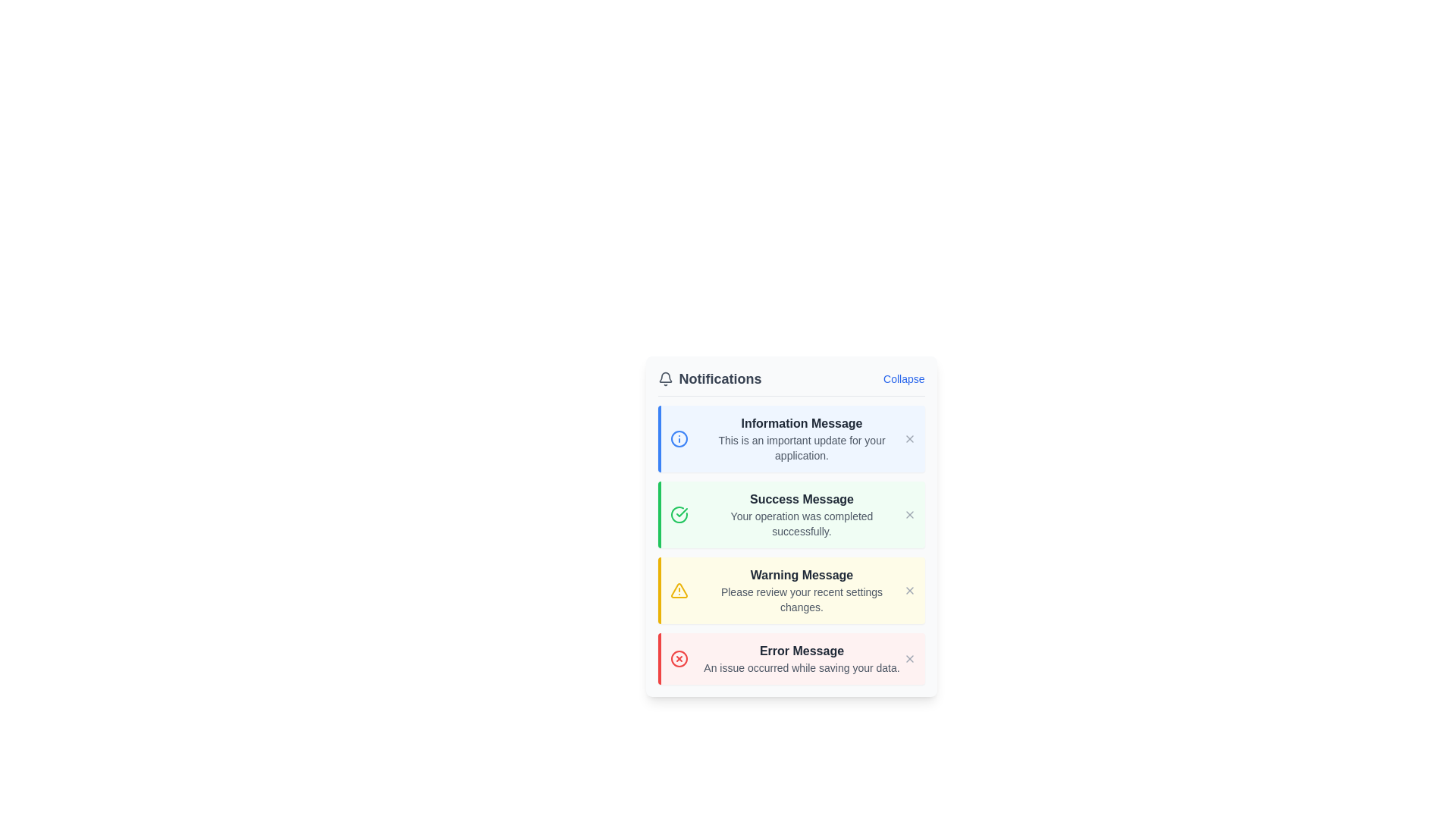  What do you see at coordinates (790, 513) in the screenshot?
I see `the second notification block that notifies the user of the successful completion of an action` at bounding box center [790, 513].